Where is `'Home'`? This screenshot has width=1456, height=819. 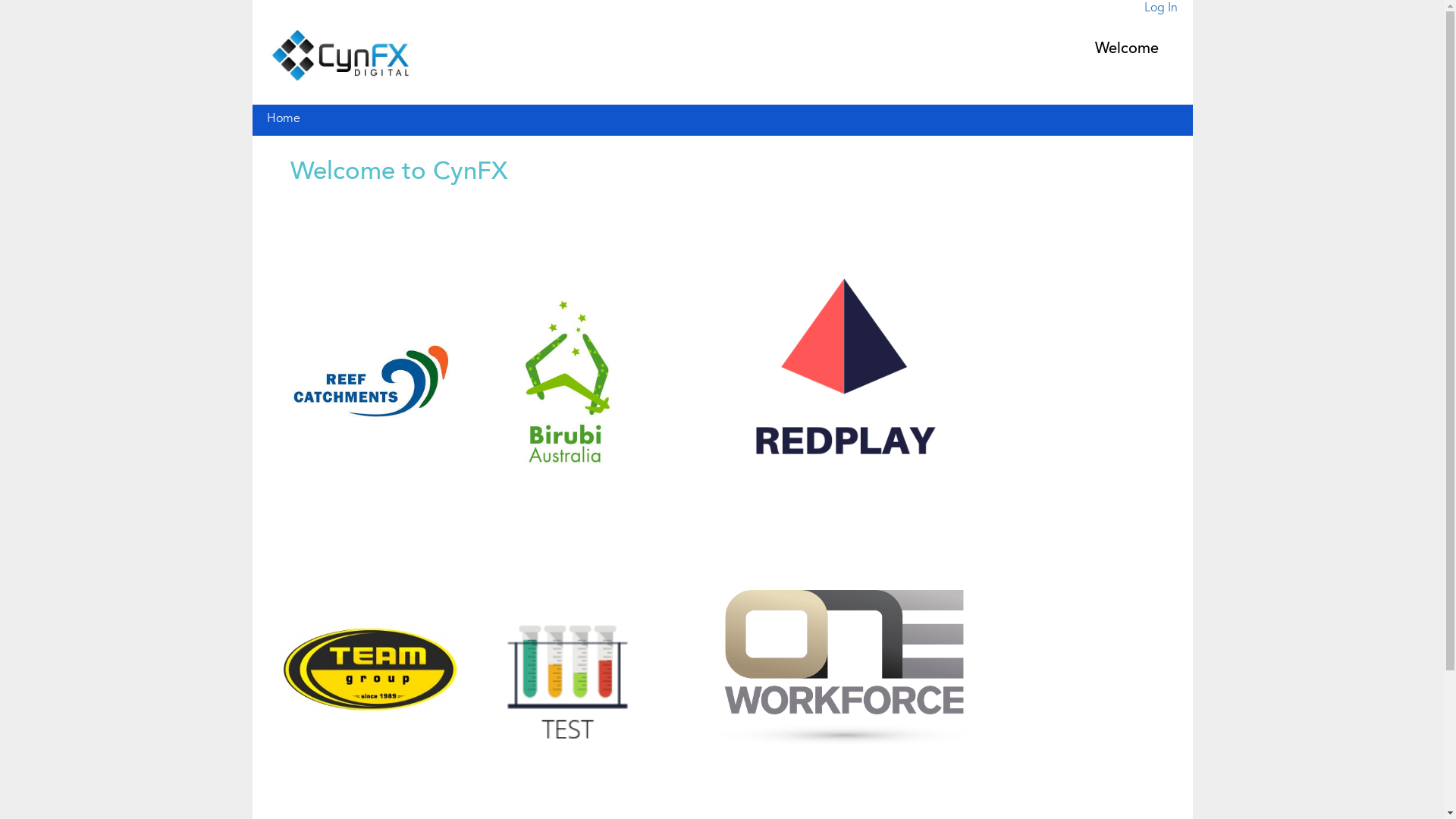
'Home' is located at coordinates (266, 118).